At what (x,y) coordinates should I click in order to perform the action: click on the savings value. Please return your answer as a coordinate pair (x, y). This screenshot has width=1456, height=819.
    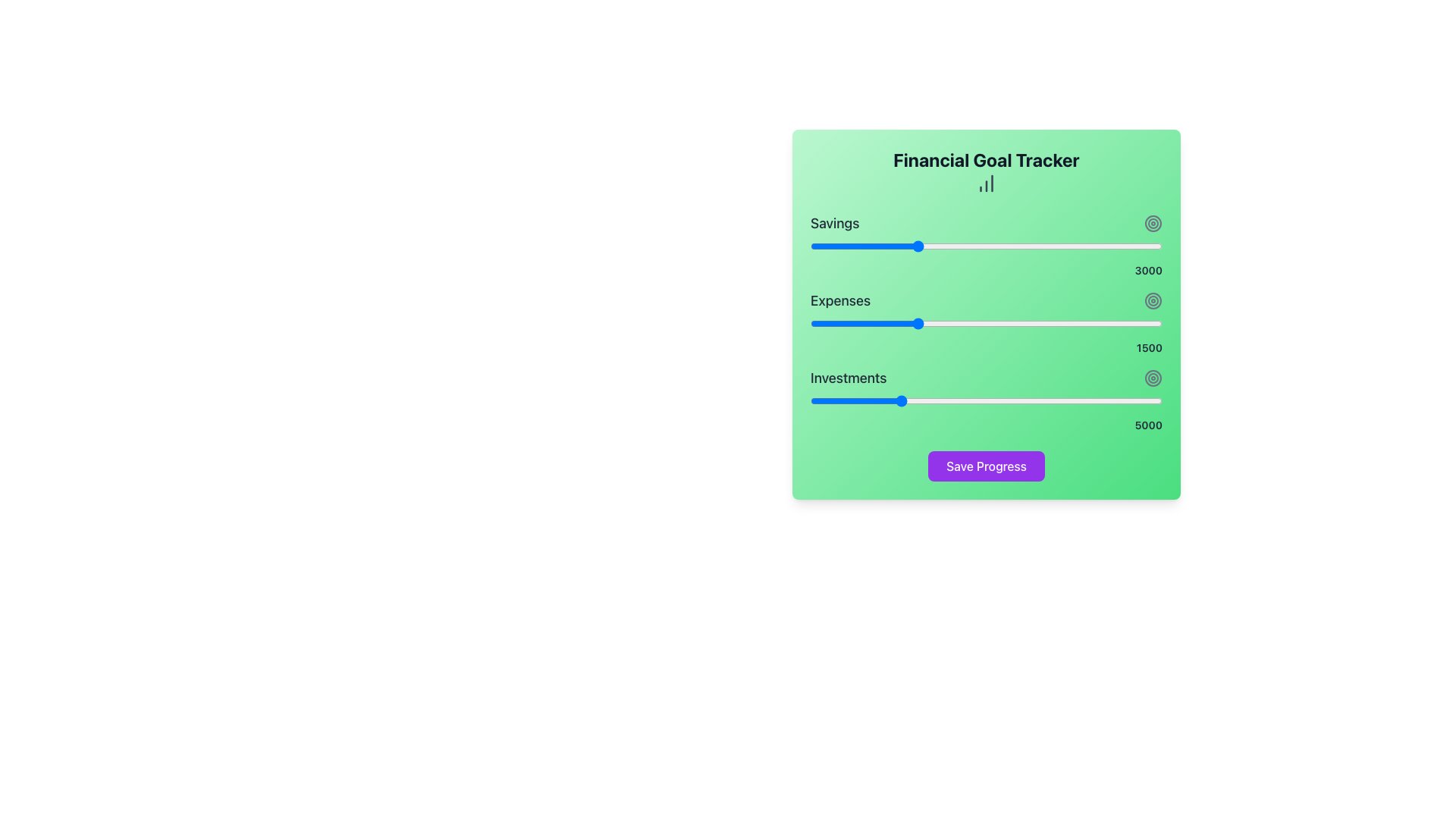
    Looking at the image, I should click on (976, 245).